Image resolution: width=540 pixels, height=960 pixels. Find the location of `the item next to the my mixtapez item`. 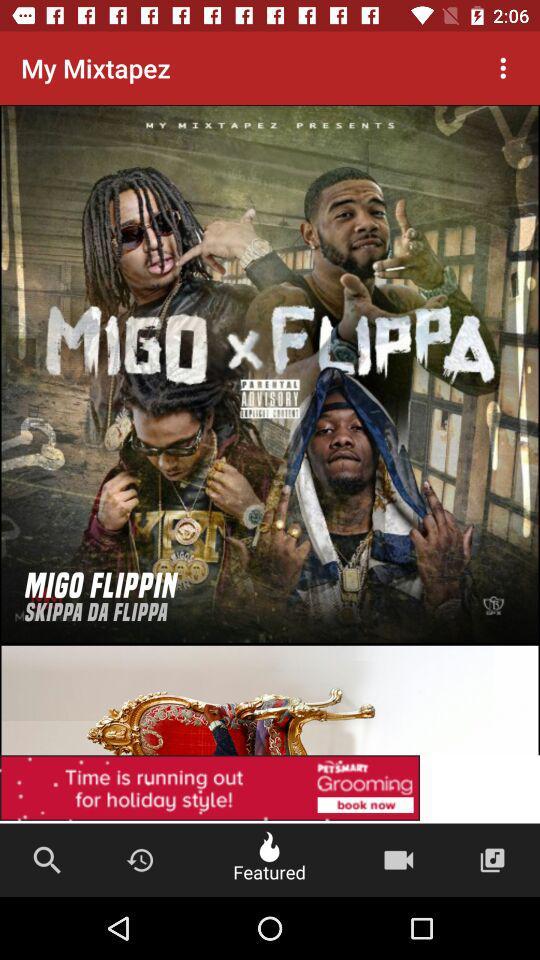

the item next to the my mixtapez item is located at coordinates (502, 68).